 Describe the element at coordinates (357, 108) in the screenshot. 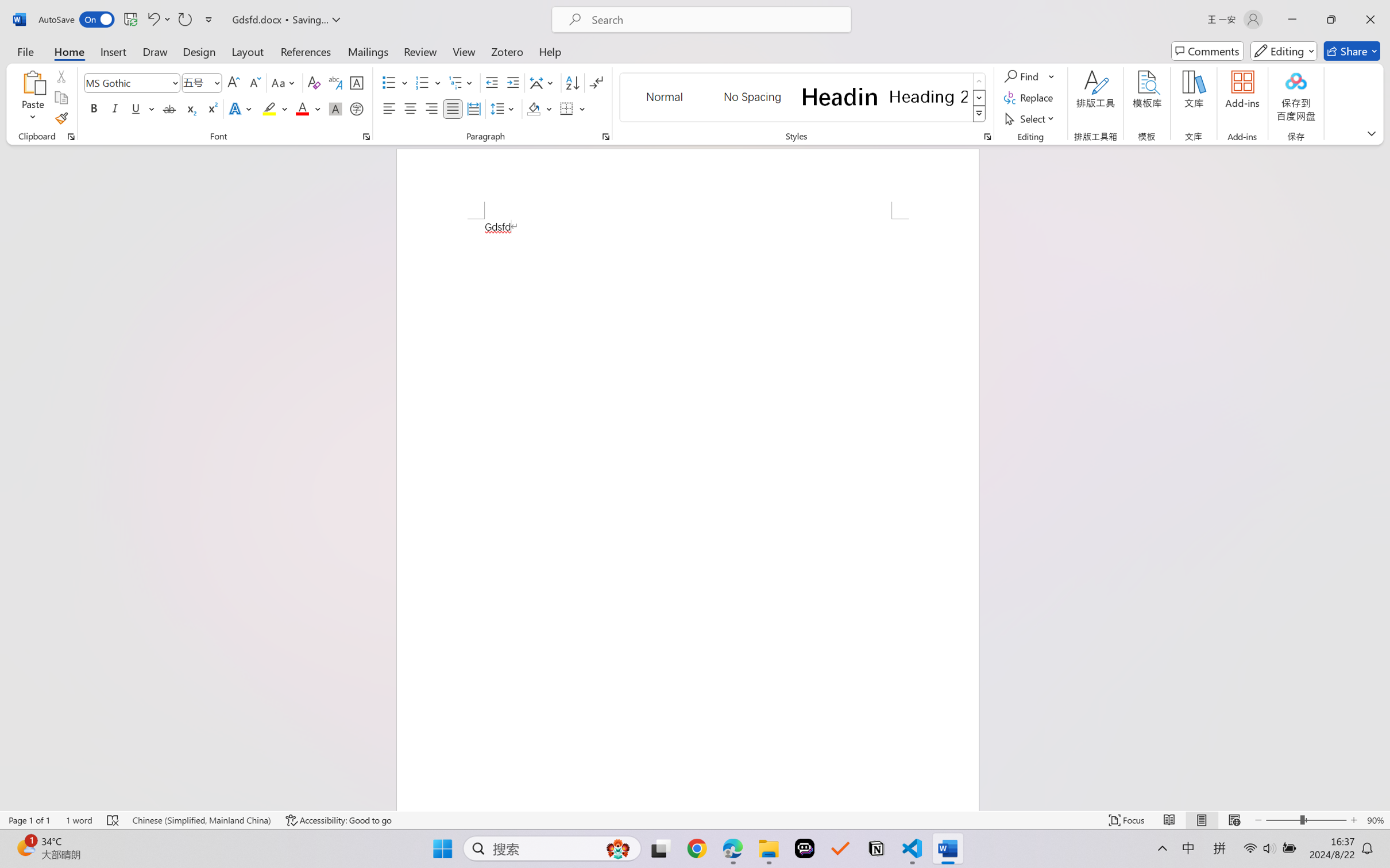

I see `'Enclose Characters...'` at that location.